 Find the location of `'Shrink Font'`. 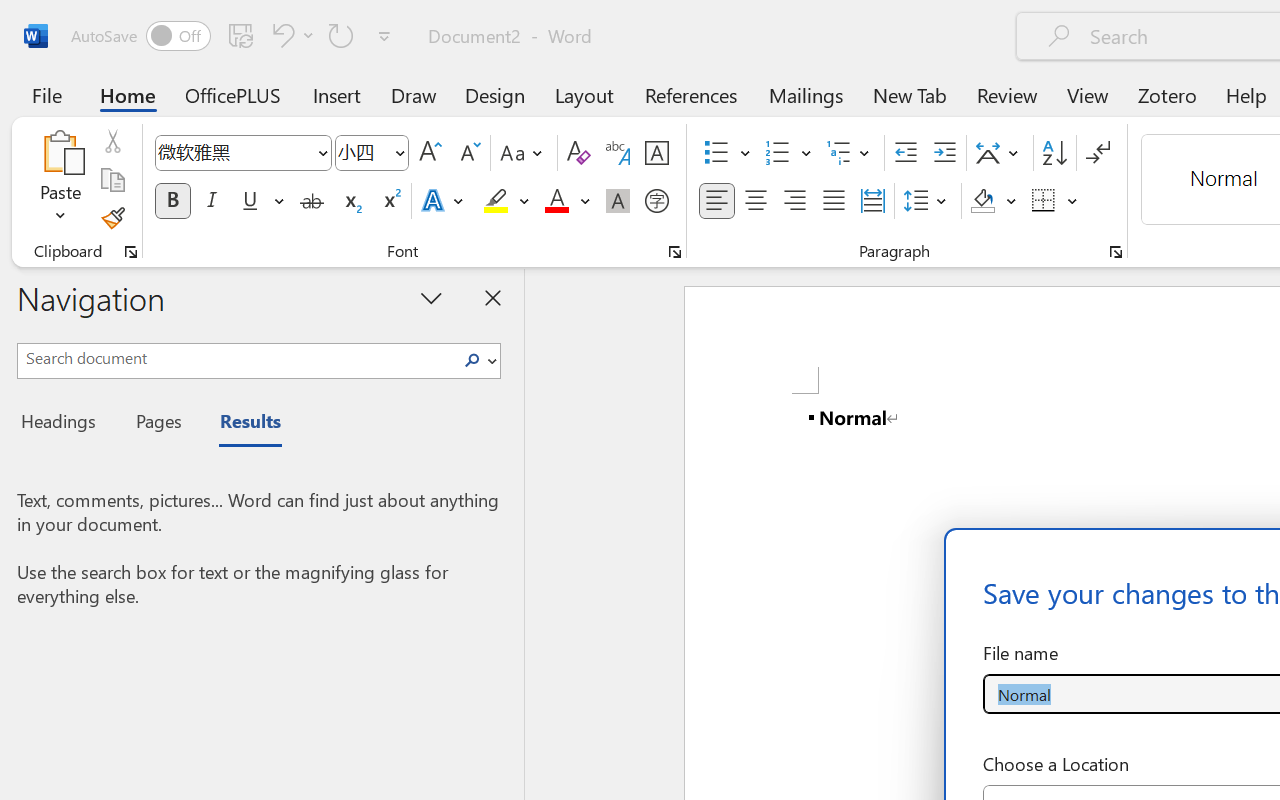

'Shrink Font' is located at coordinates (467, 153).